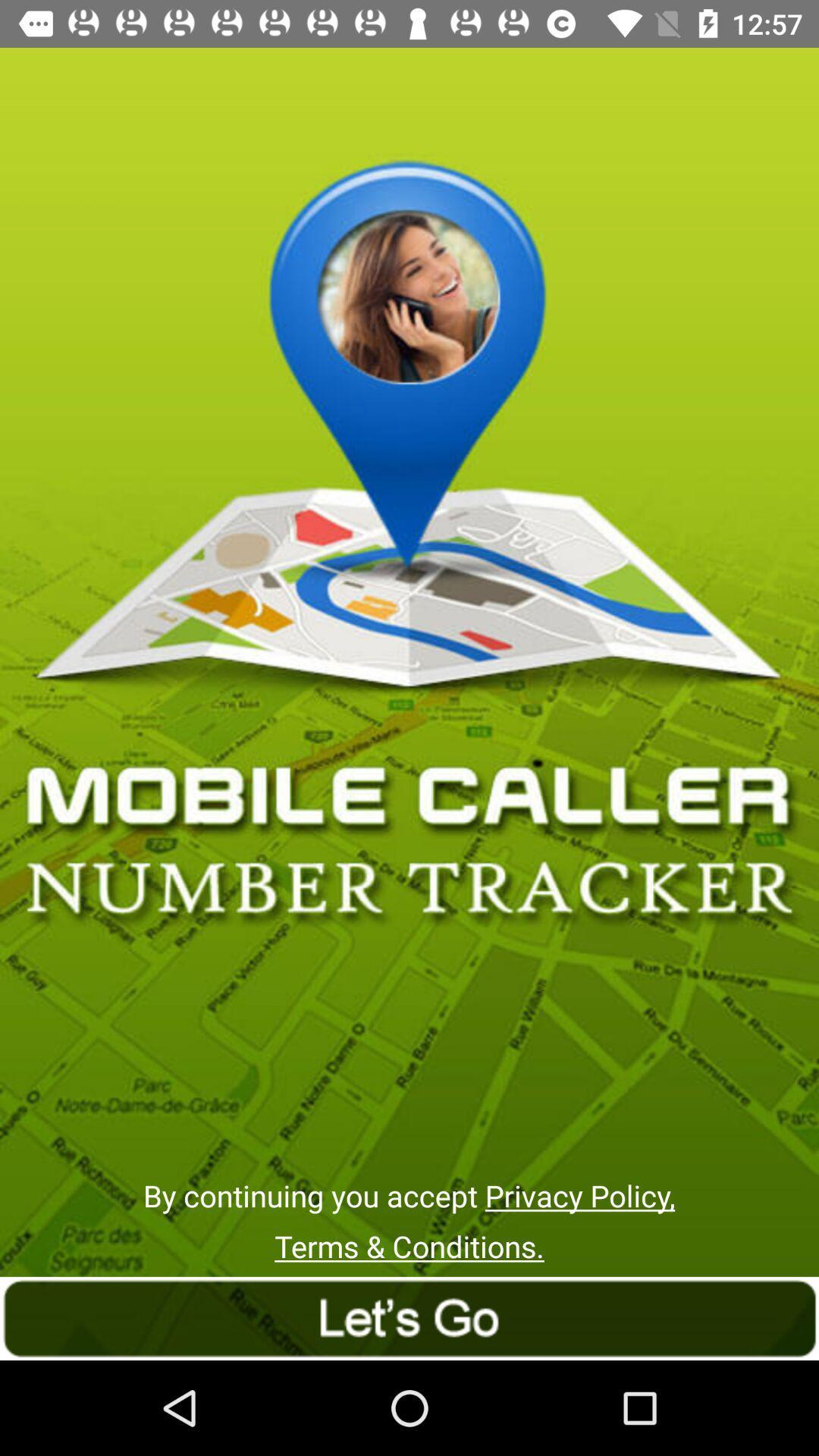 The height and width of the screenshot is (1456, 819). Describe the element at coordinates (408, 1194) in the screenshot. I see `the icon above the terms & conditions. item` at that location.